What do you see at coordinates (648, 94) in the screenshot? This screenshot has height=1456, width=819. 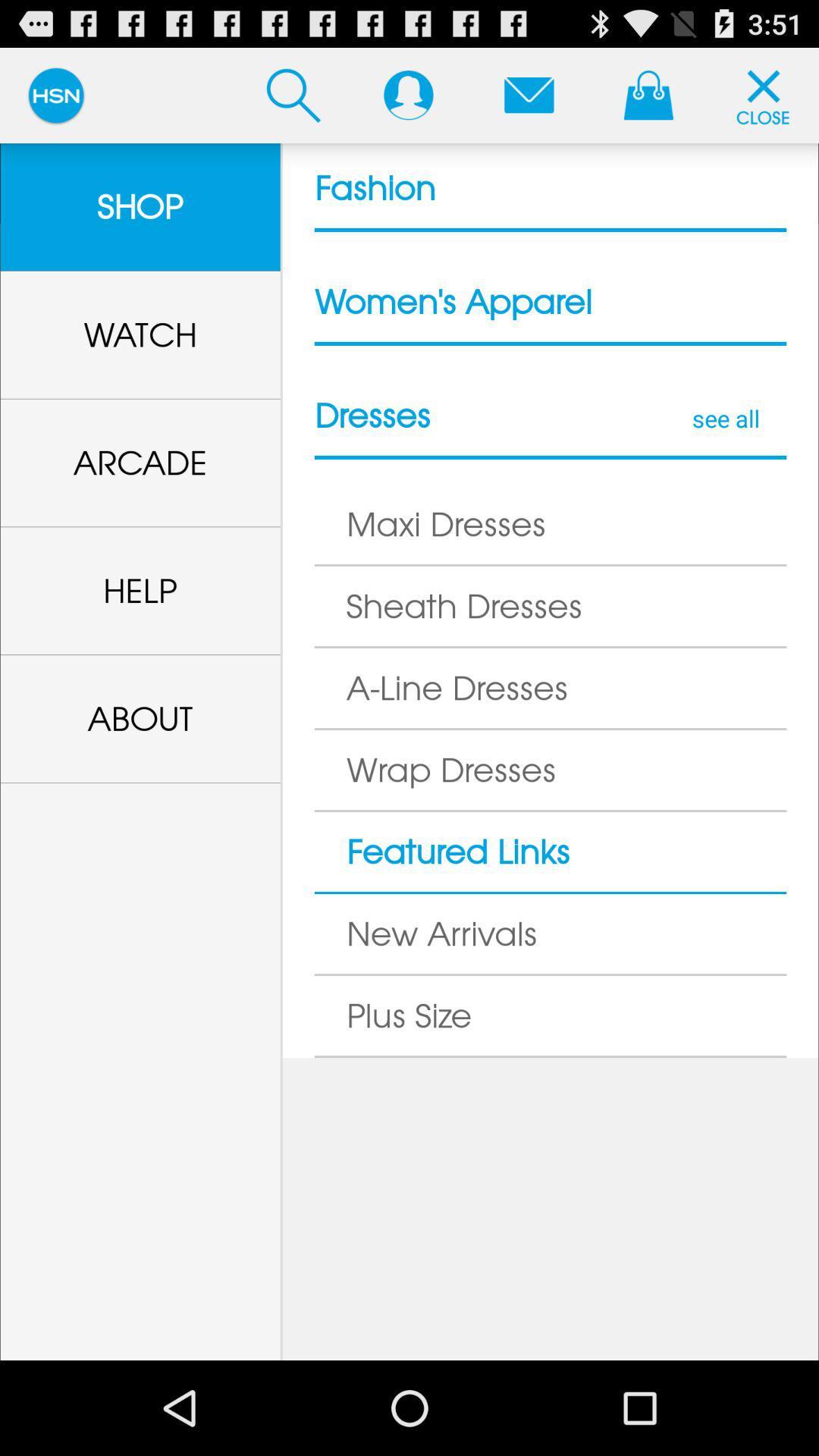 I see `open bag` at bounding box center [648, 94].